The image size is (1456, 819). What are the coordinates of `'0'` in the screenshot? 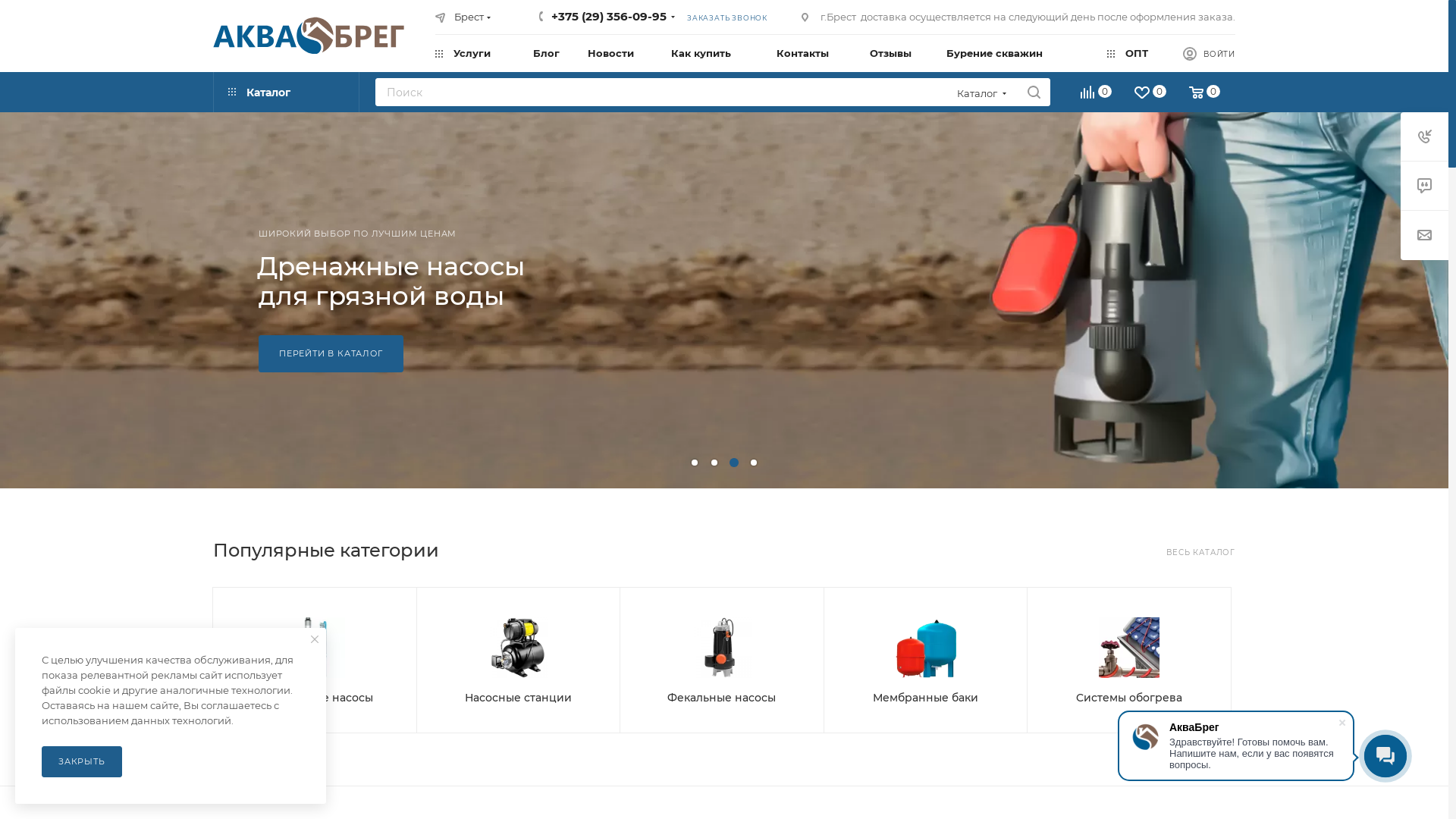 It's located at (1097, 94).